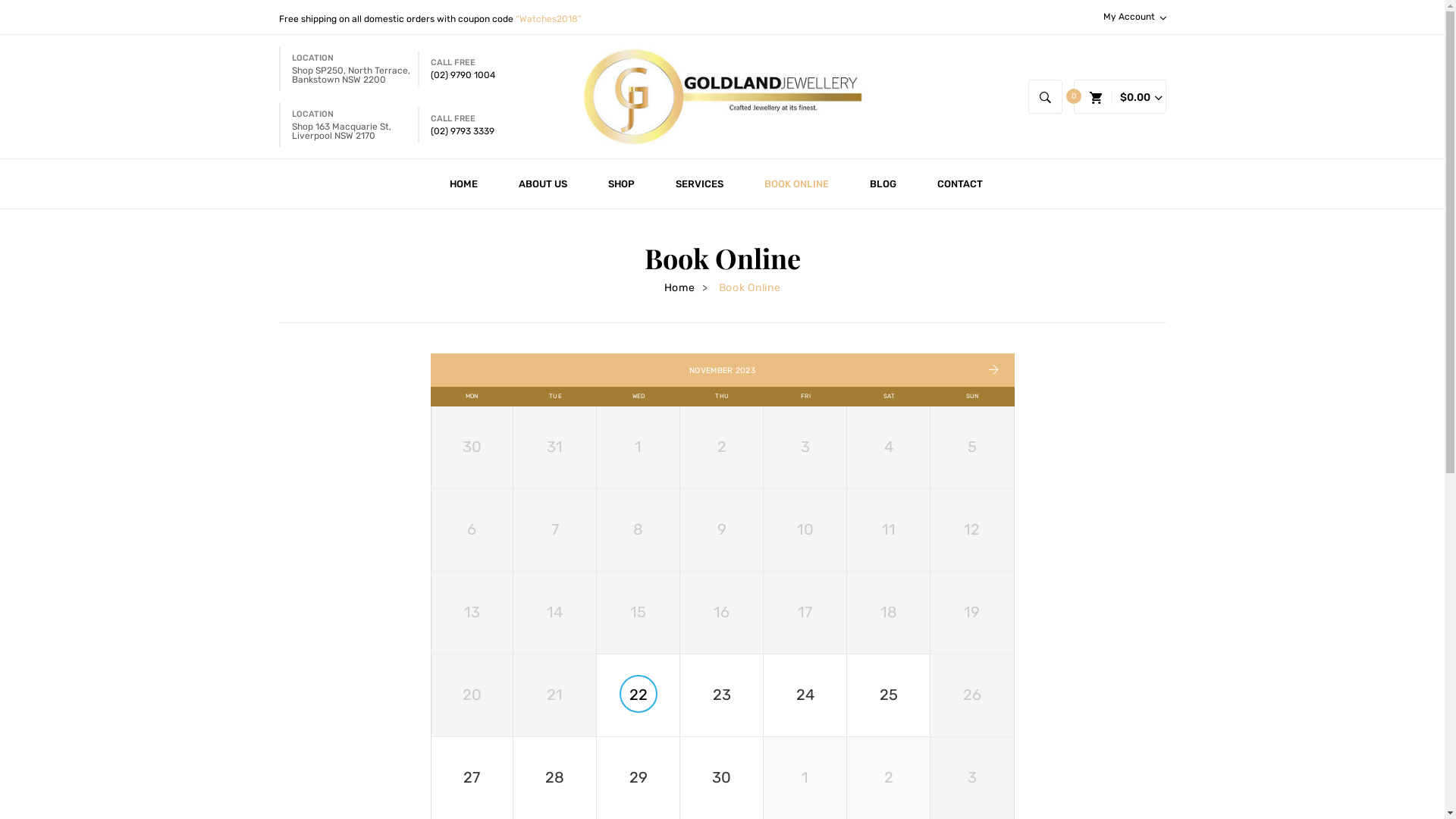  What do you see at coordinates (461, 130) in the screenshot?
I see `'(02) 9793 3339'` at bounding box center [461, 130].